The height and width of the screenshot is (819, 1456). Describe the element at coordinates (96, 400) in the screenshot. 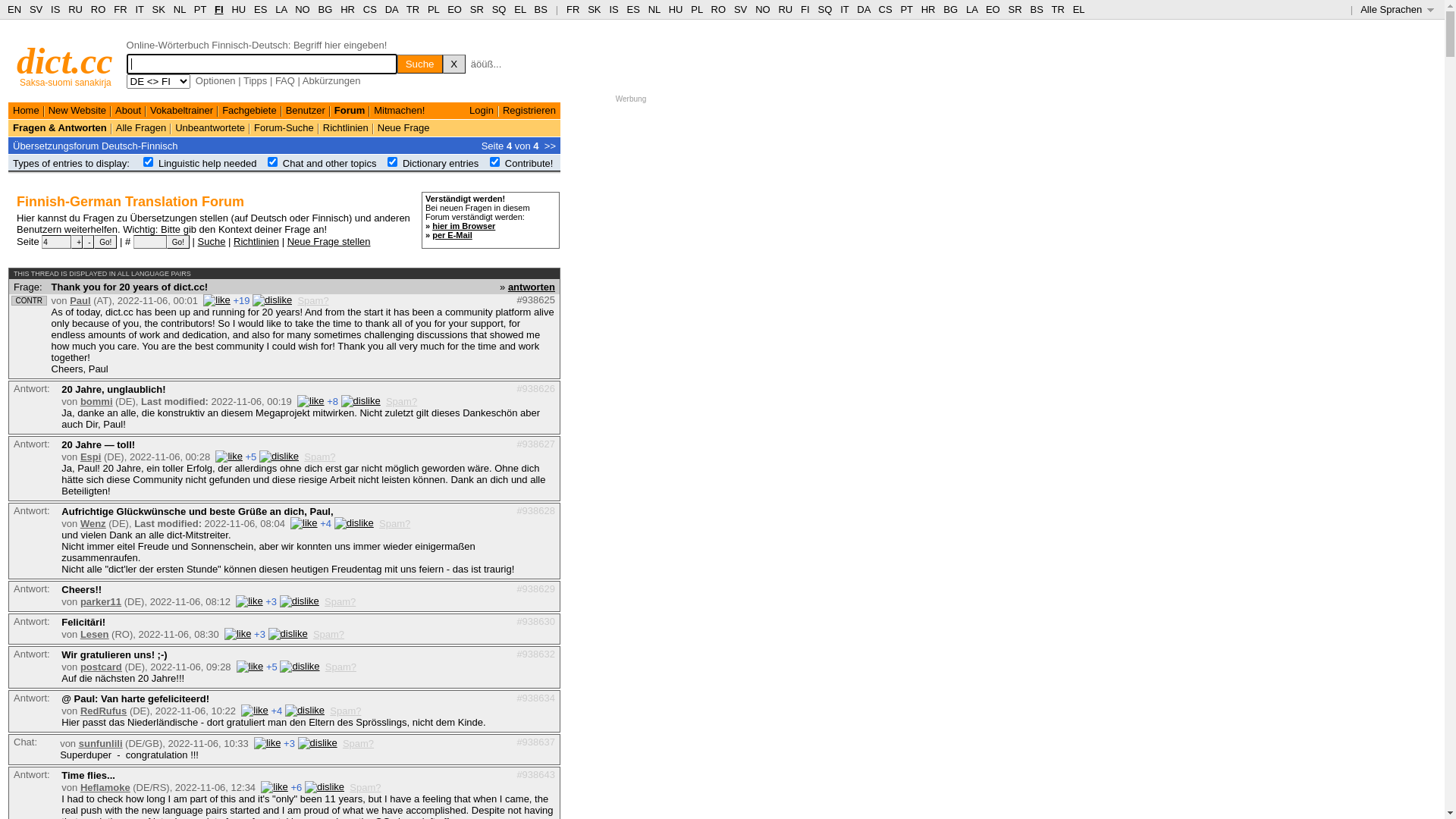

I see `'bommi'` at that location.